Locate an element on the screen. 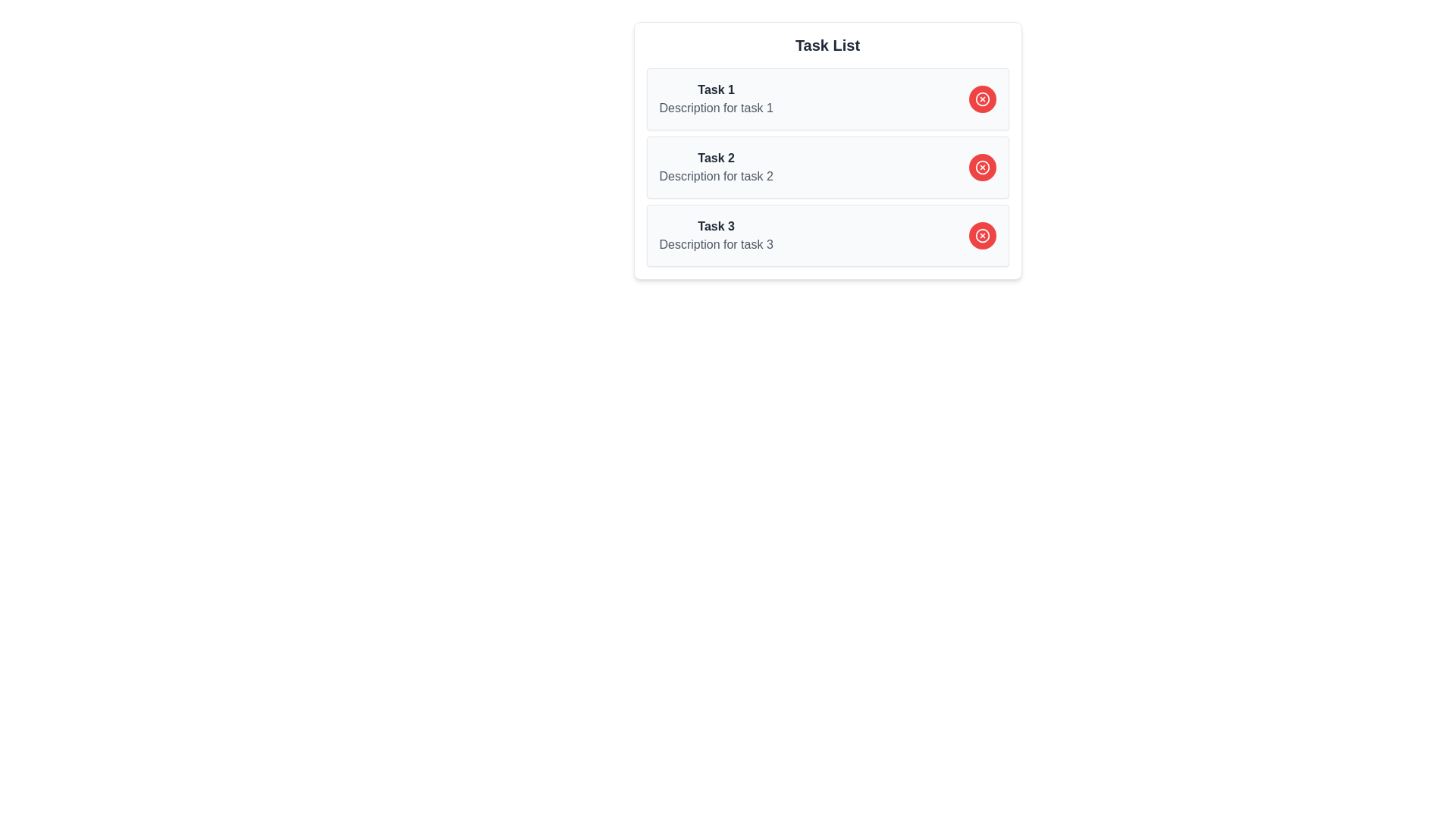  the delete button associated with 'Task 3' is located at coordinates (982, 236).